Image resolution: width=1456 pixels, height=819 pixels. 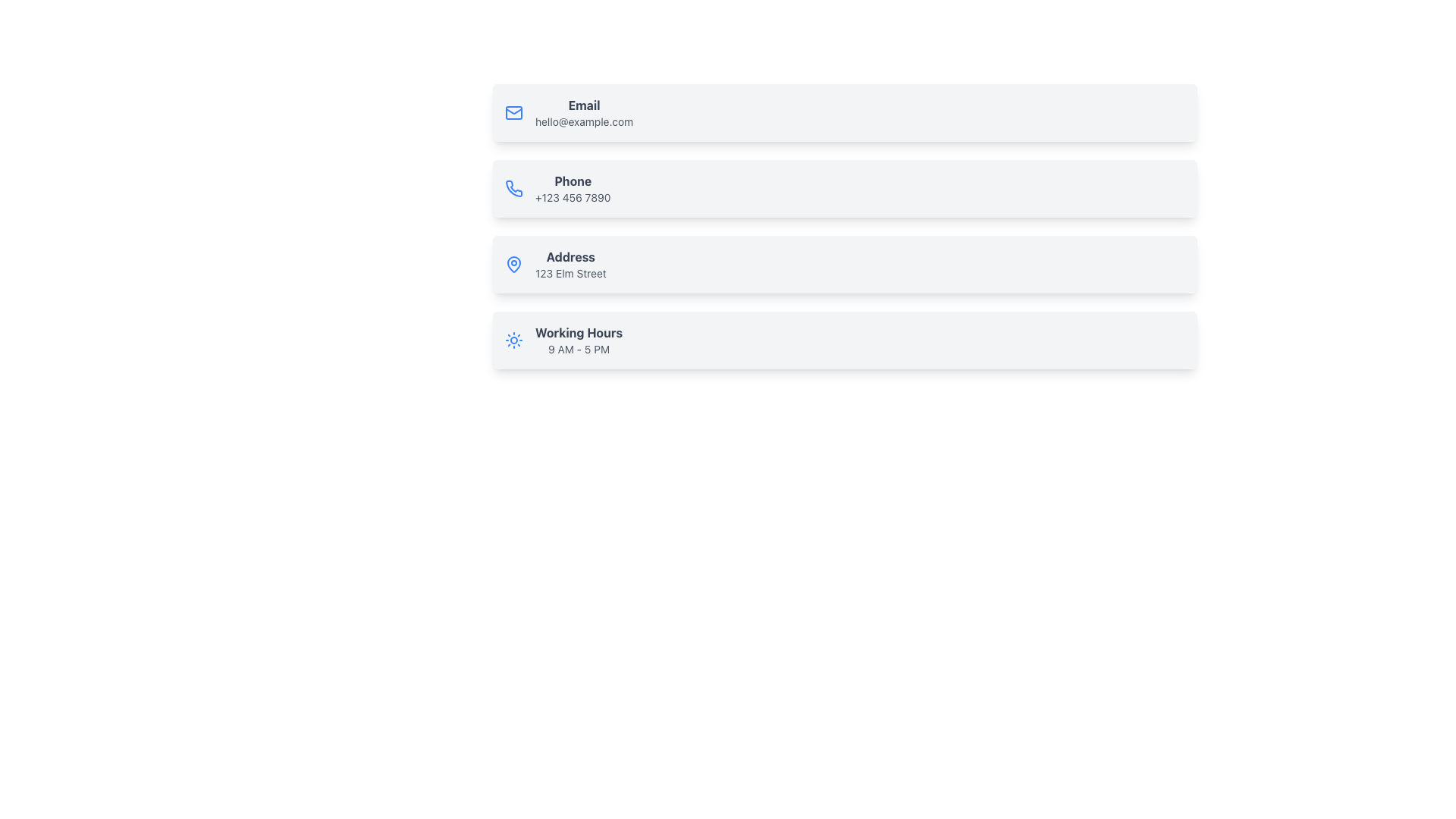 What do you see at coordinates (570, 274) in the screenshot?
I see `the static text element that displays the address in the contact details, located underneath the 'Address' header` at bounding box center [570, 274].